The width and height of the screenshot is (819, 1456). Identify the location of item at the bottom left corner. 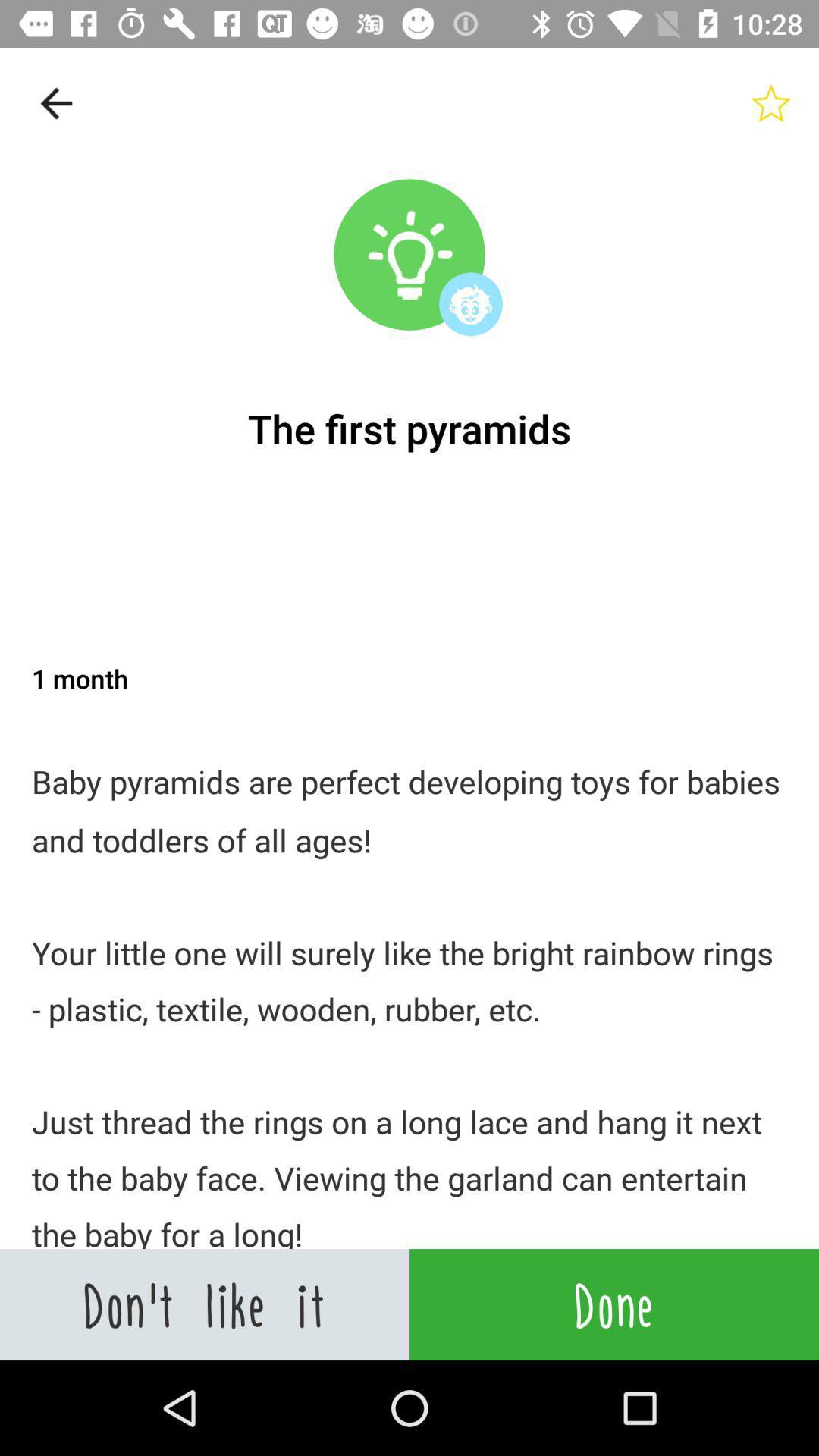
(205, 1304).